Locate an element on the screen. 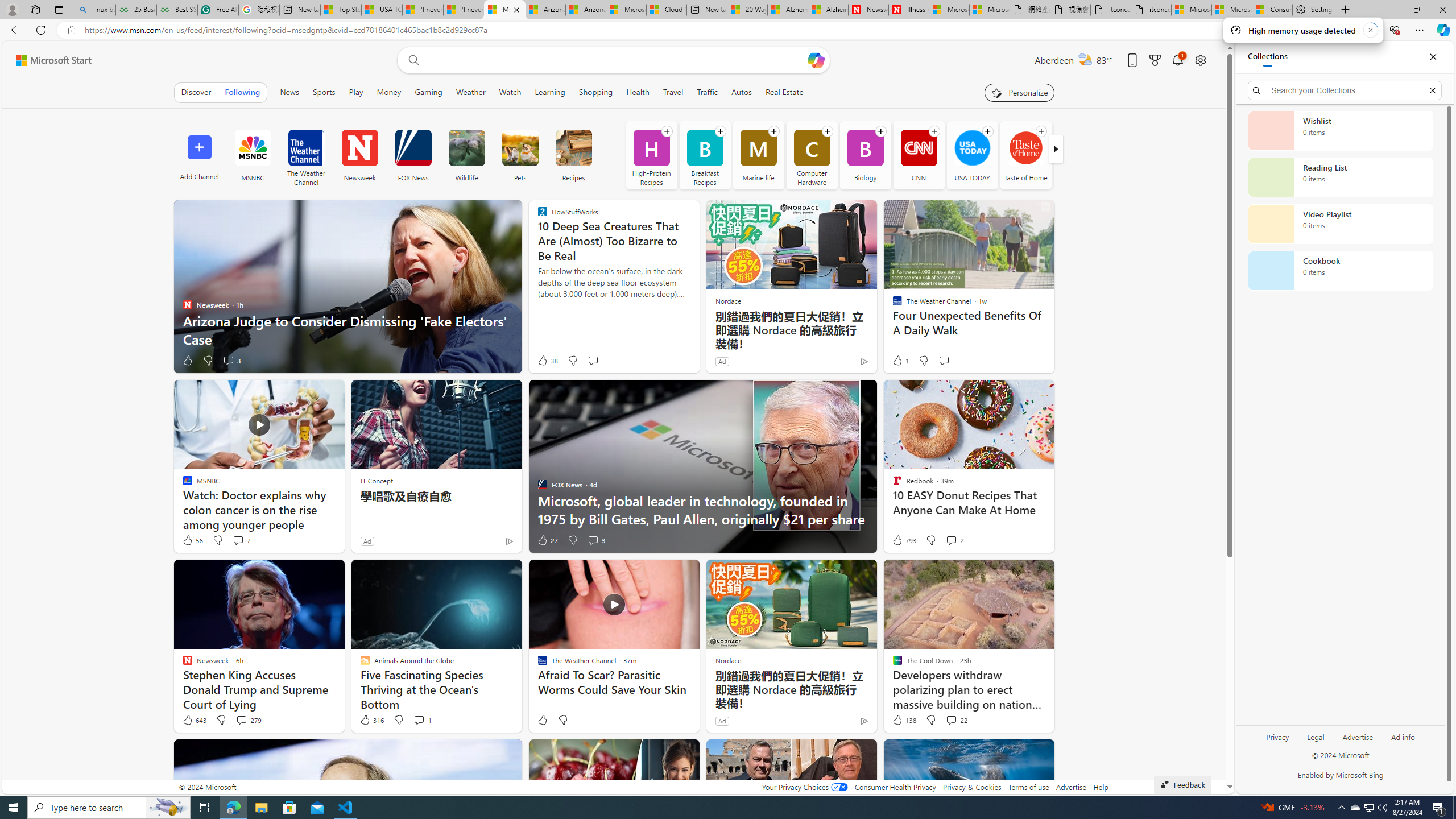 This screenshot has width=1456, height=819. 'Learning' is located at coordinates (549, 92).